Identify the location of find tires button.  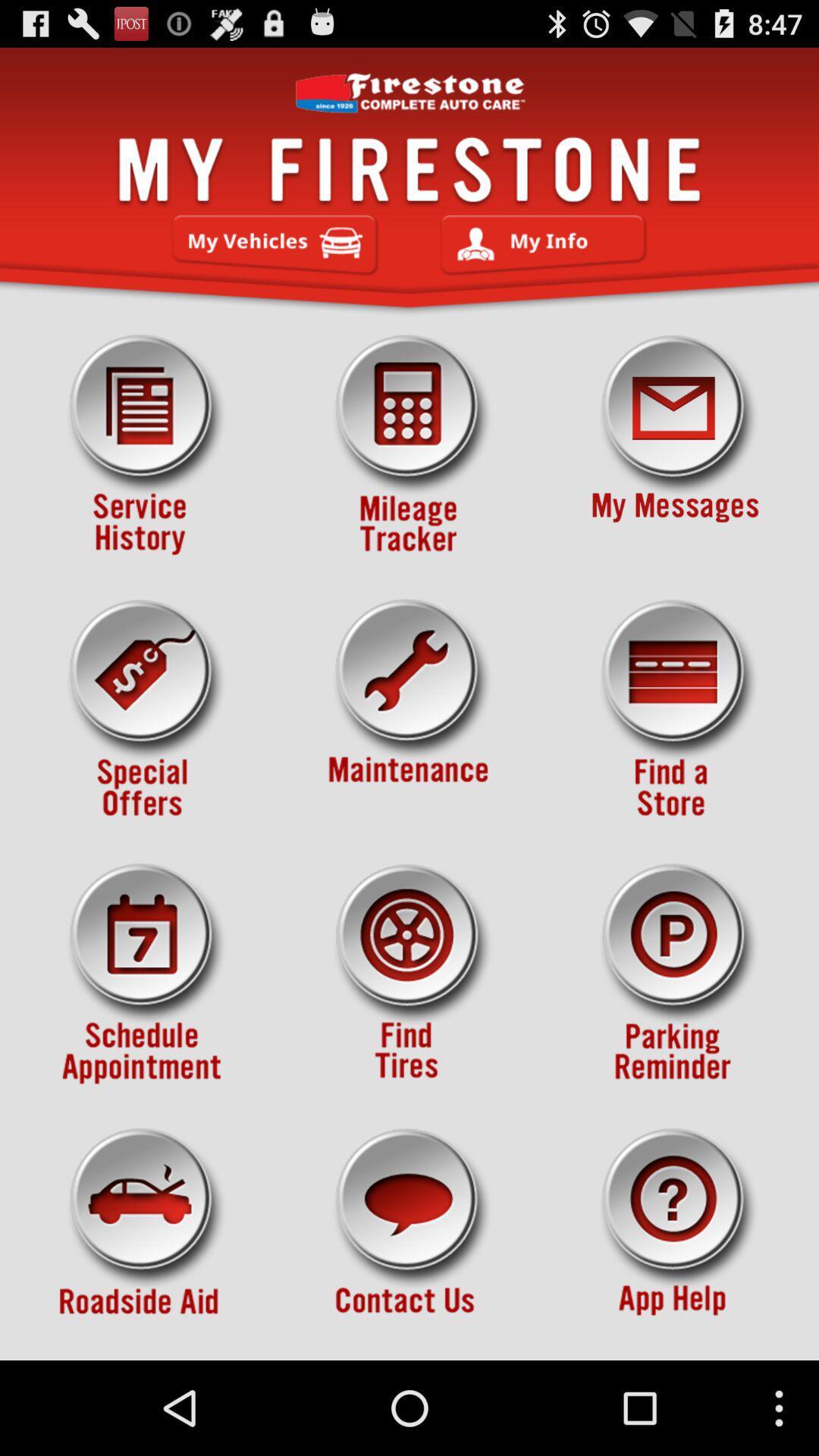
(409, 974).